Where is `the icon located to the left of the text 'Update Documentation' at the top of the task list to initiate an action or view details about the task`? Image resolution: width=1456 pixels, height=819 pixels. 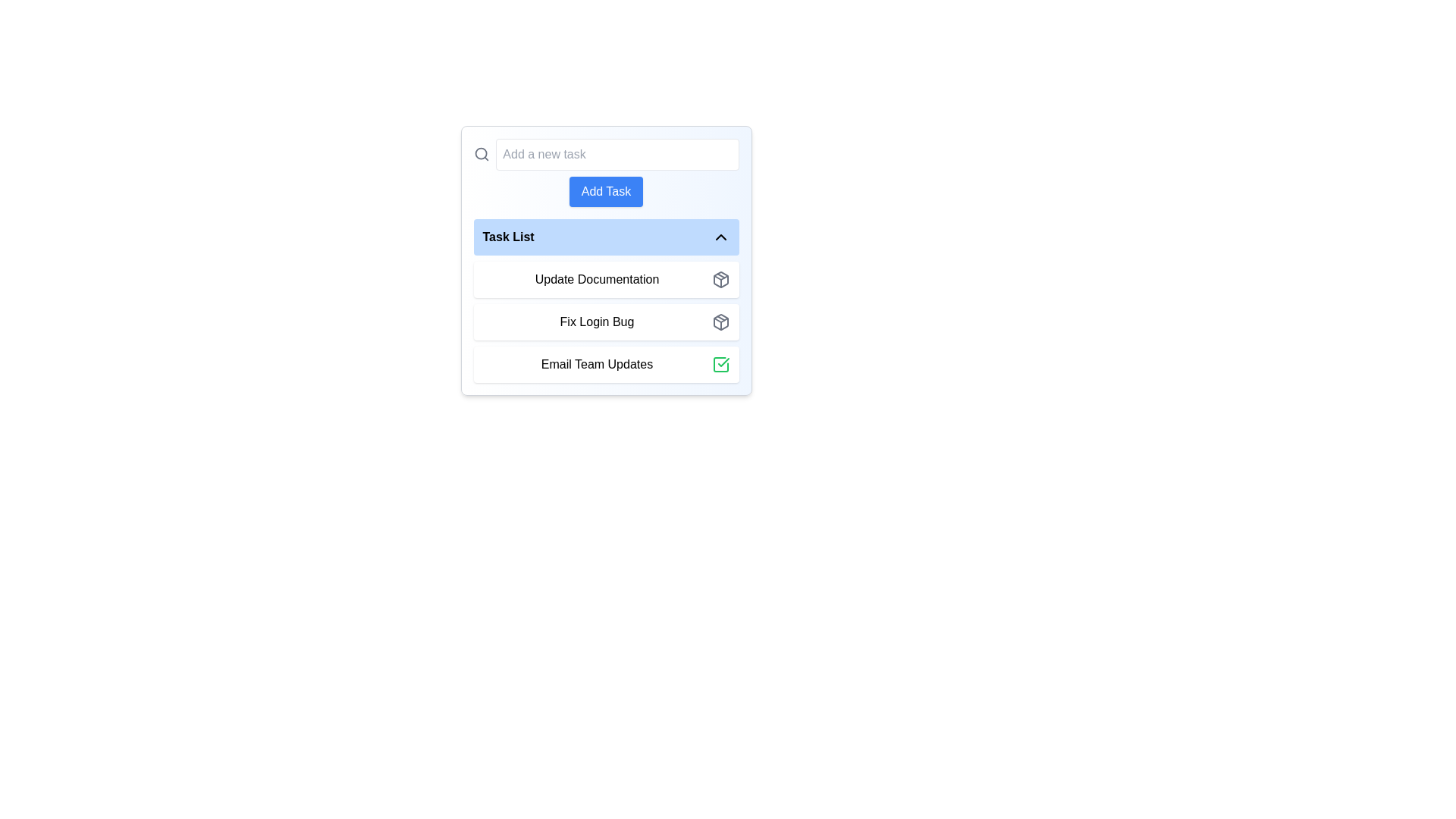
the icon located to the left of the text 'Update Documentation' at the top of the task list to initiate an action or view details about the task is located at coordinates (720, 280).